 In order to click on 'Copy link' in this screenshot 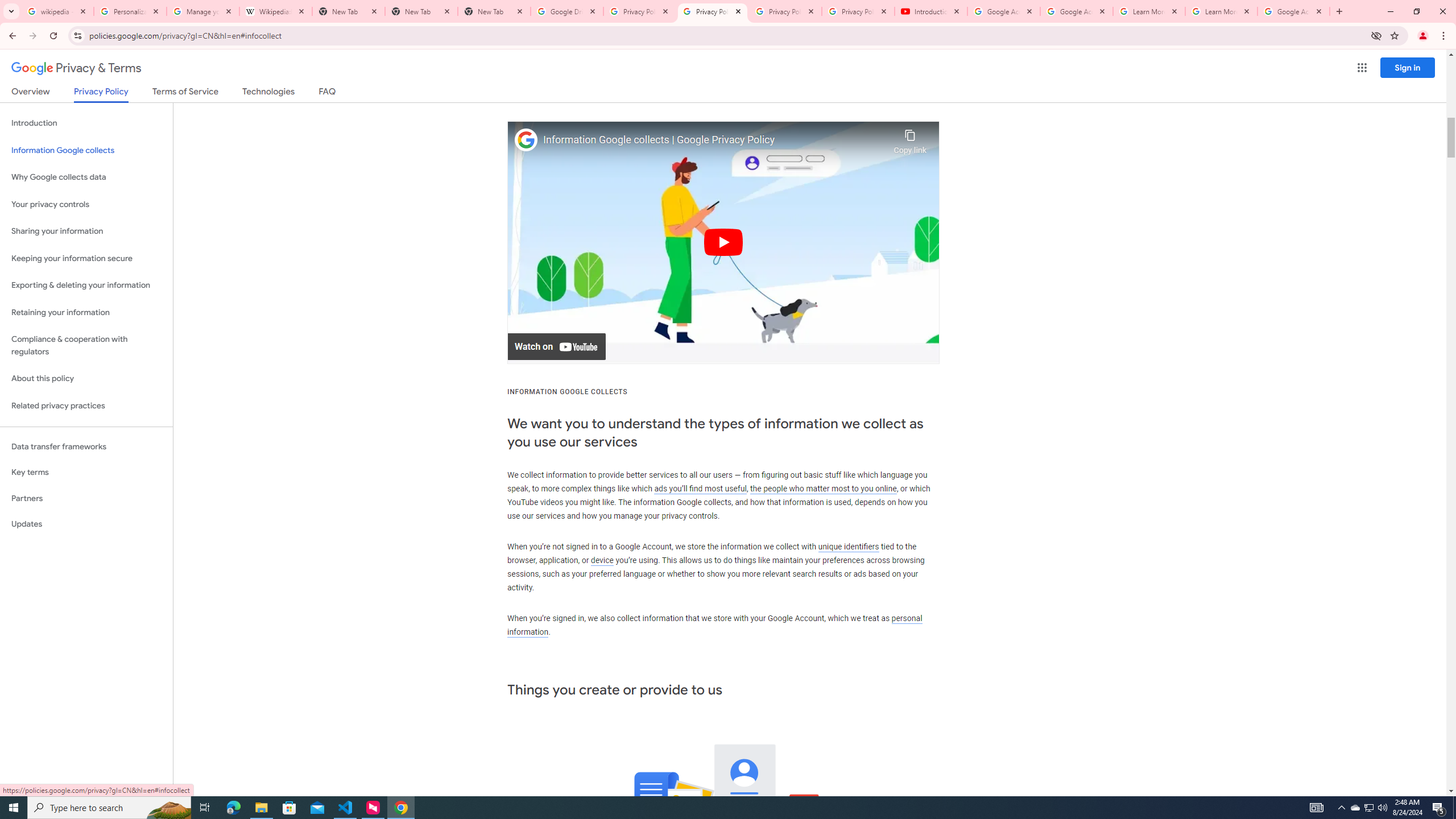, I will do `click(909, 139)`.